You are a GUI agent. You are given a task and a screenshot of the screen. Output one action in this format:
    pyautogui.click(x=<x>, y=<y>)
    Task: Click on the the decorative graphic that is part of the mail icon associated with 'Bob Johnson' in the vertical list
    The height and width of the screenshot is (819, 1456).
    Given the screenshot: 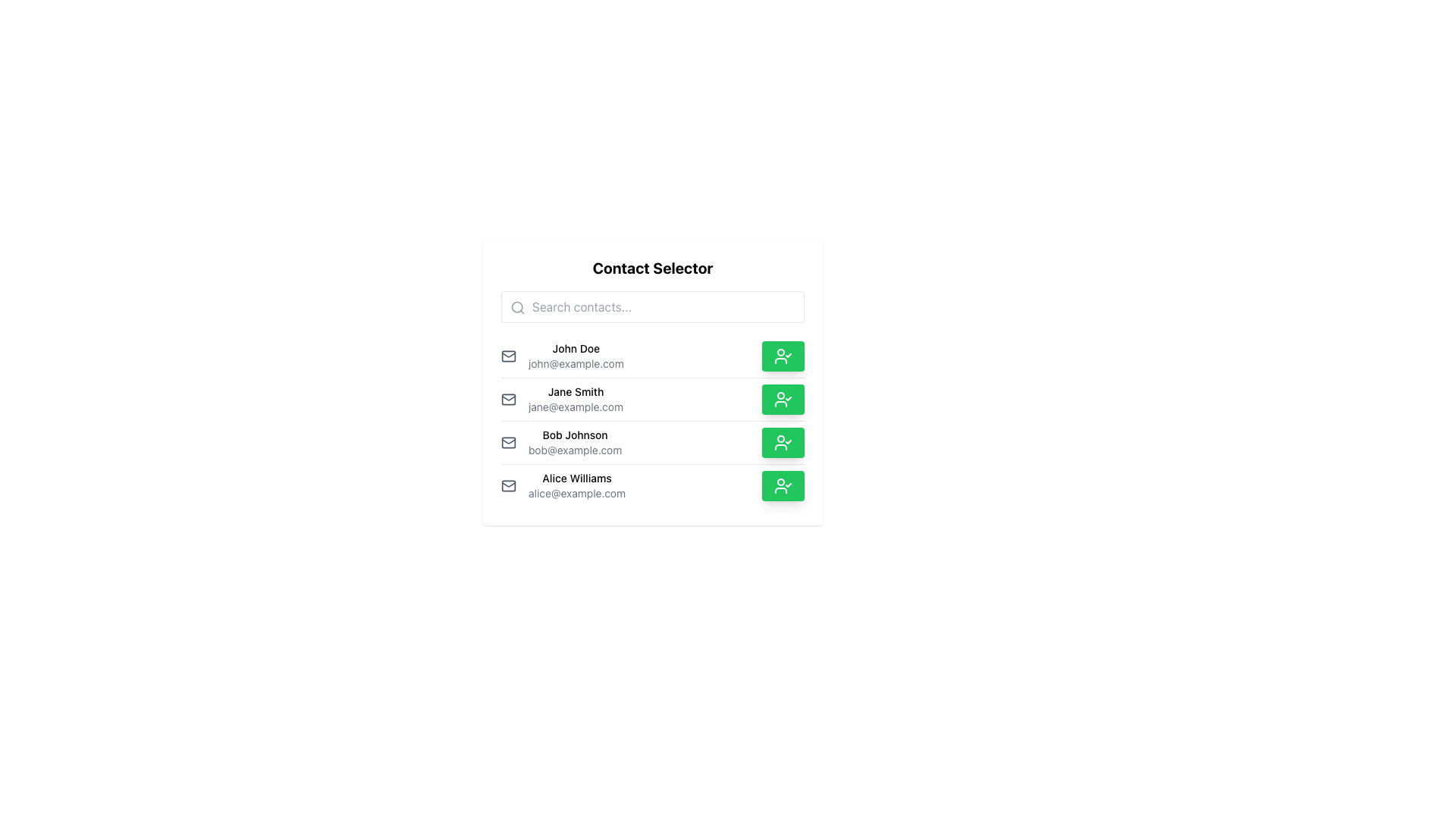 What is the action you would take?
    pyautogui.click(x=509, y=442)
    